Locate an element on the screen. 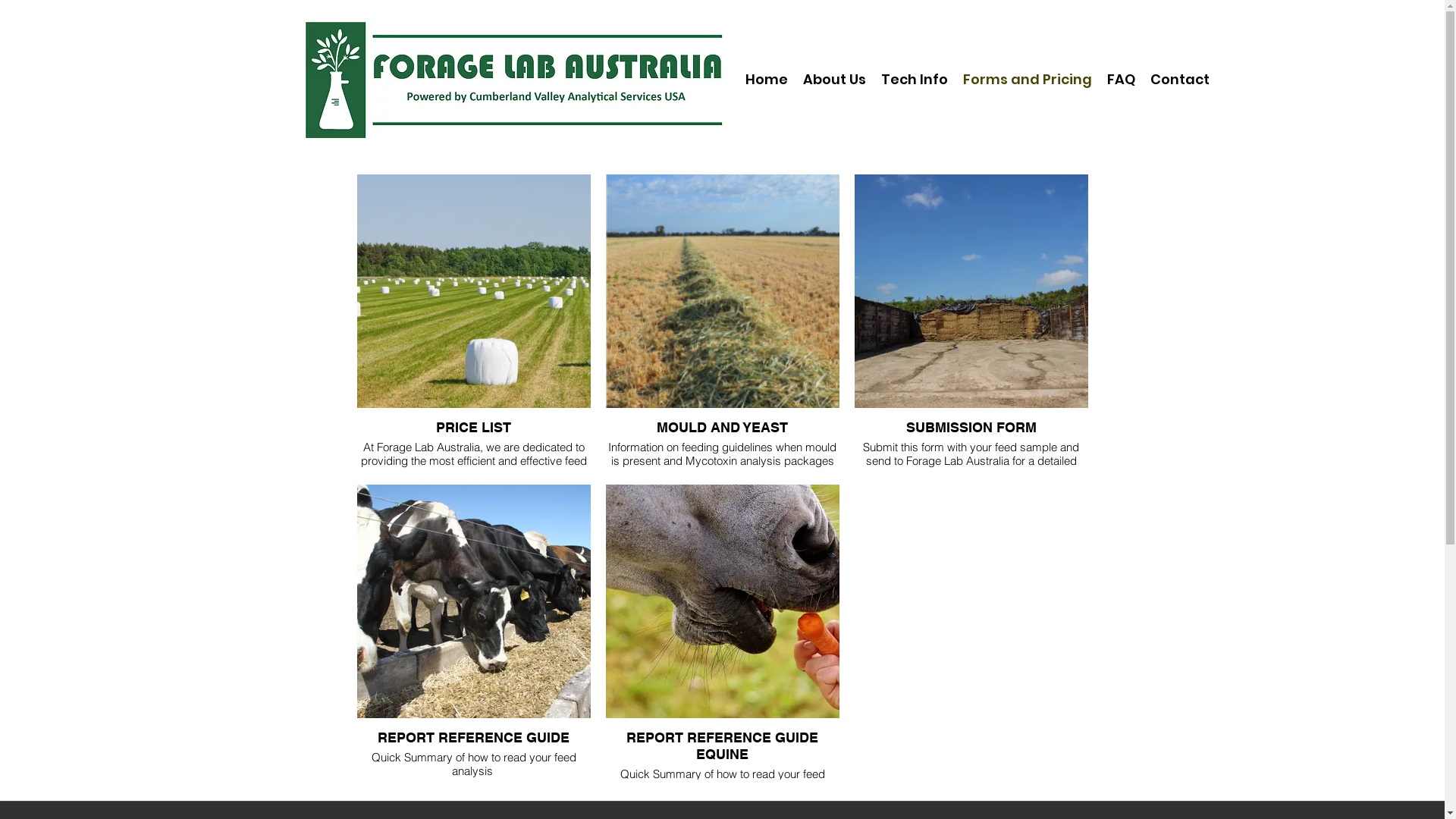  'Tech Info' is located at coordinates (874, 79).